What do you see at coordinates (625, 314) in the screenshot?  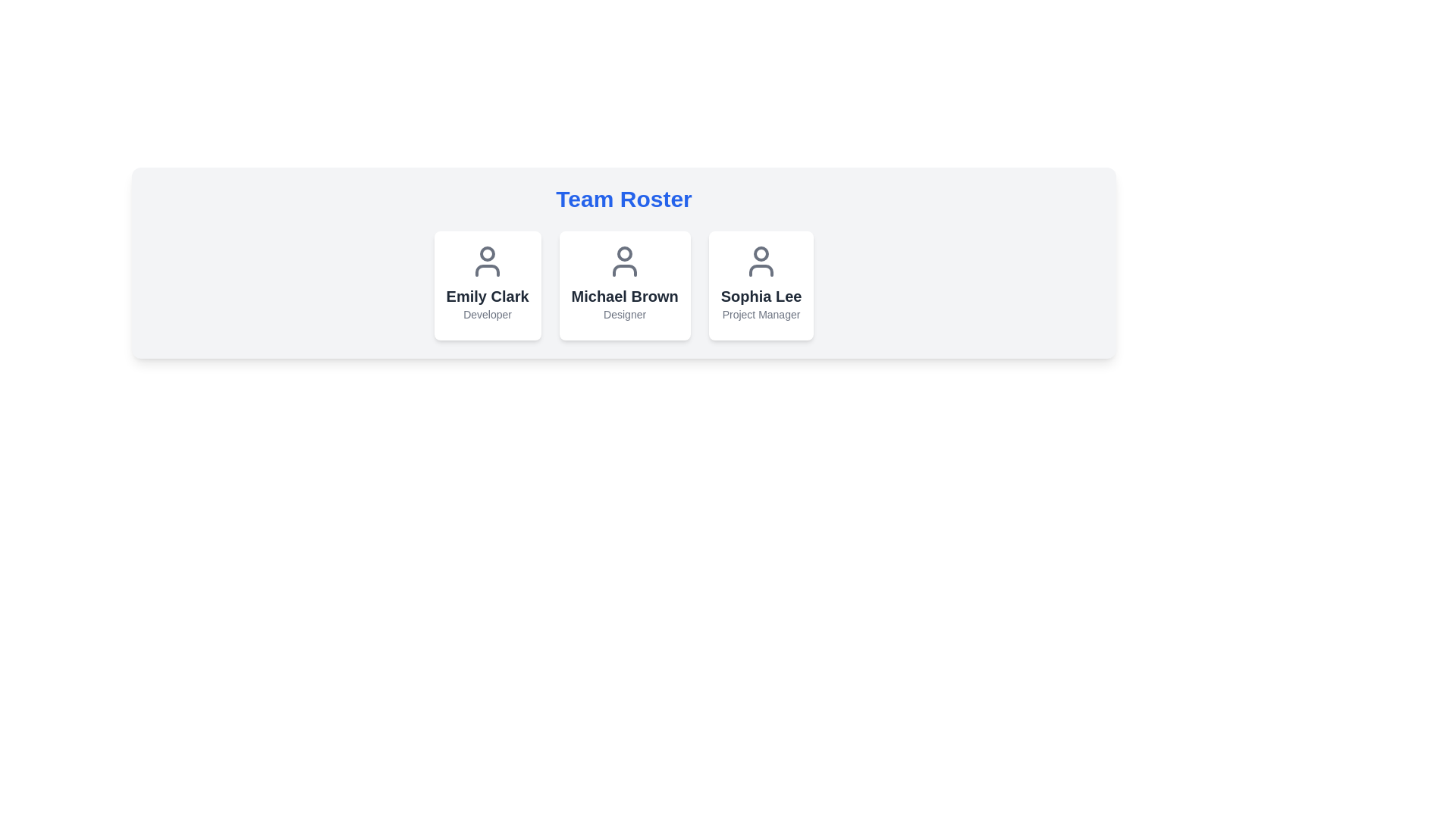 I see `the text label 'Designer' which indicates the profession of 'Michael Brown' in the middle card of the 'Team Roster'` at bounding box center [625, 314].